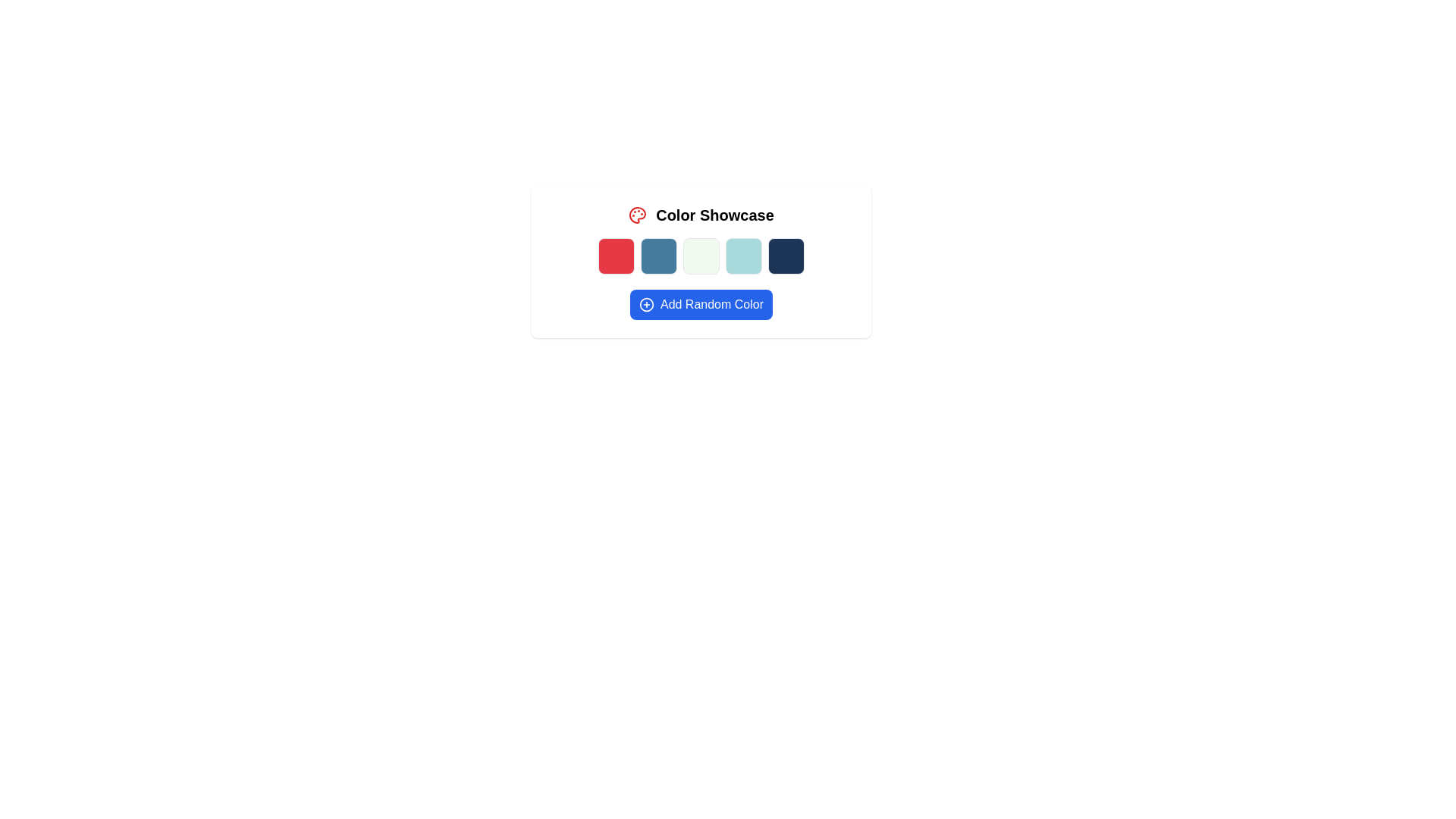 The height and width of the screenshot is (819, 1456). What do you see at coordinates (658, 256) in the screenshot?
I see `the square-shaped static visual element with rounded corners, styled in deep blue color, located in the second column of the grid below 'Color Showcase' and above 'Add Random Color'` at bounding box center [658, 256].